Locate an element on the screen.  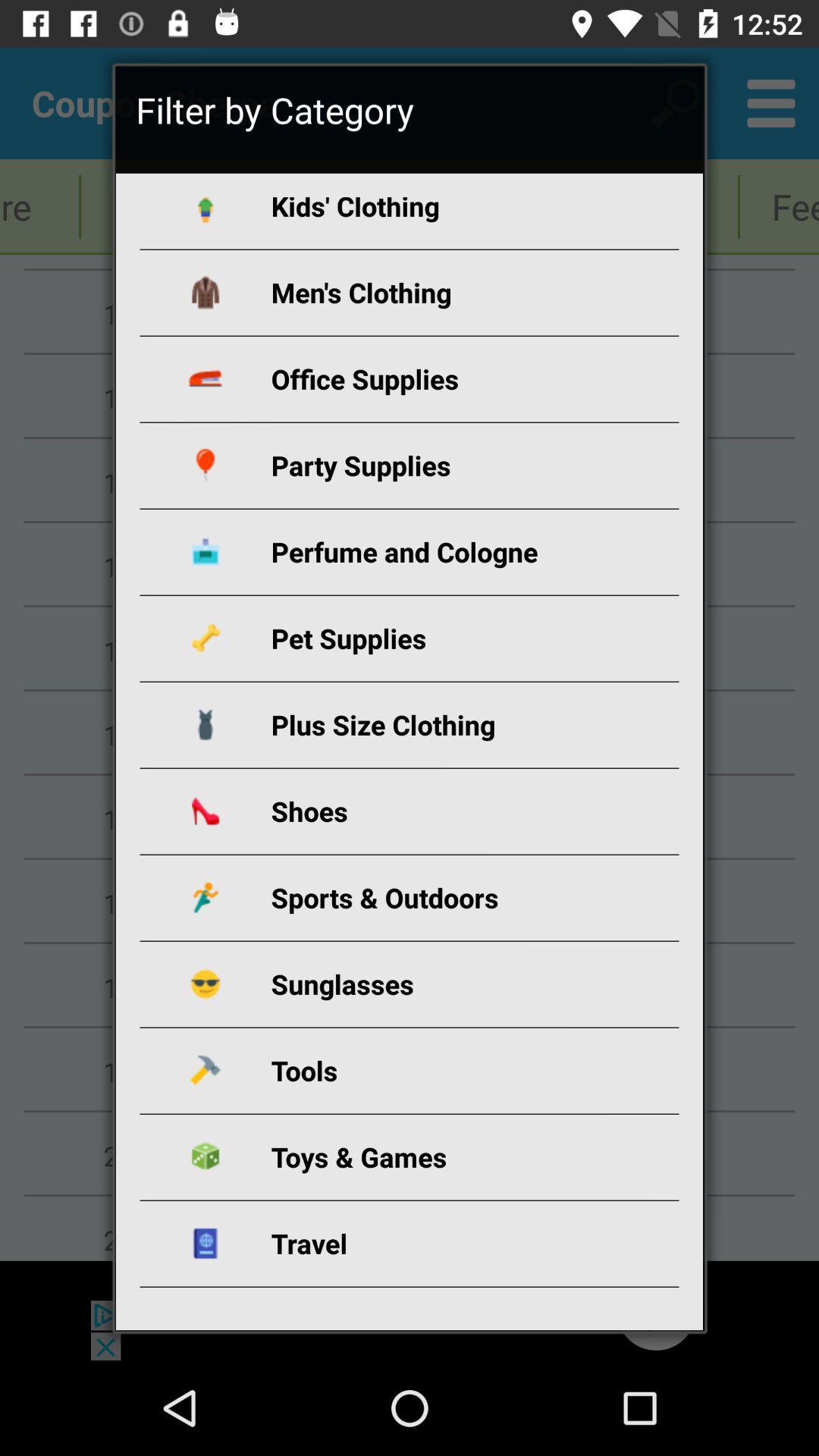
the plus size clothing app is located at coordinates (427, 723).